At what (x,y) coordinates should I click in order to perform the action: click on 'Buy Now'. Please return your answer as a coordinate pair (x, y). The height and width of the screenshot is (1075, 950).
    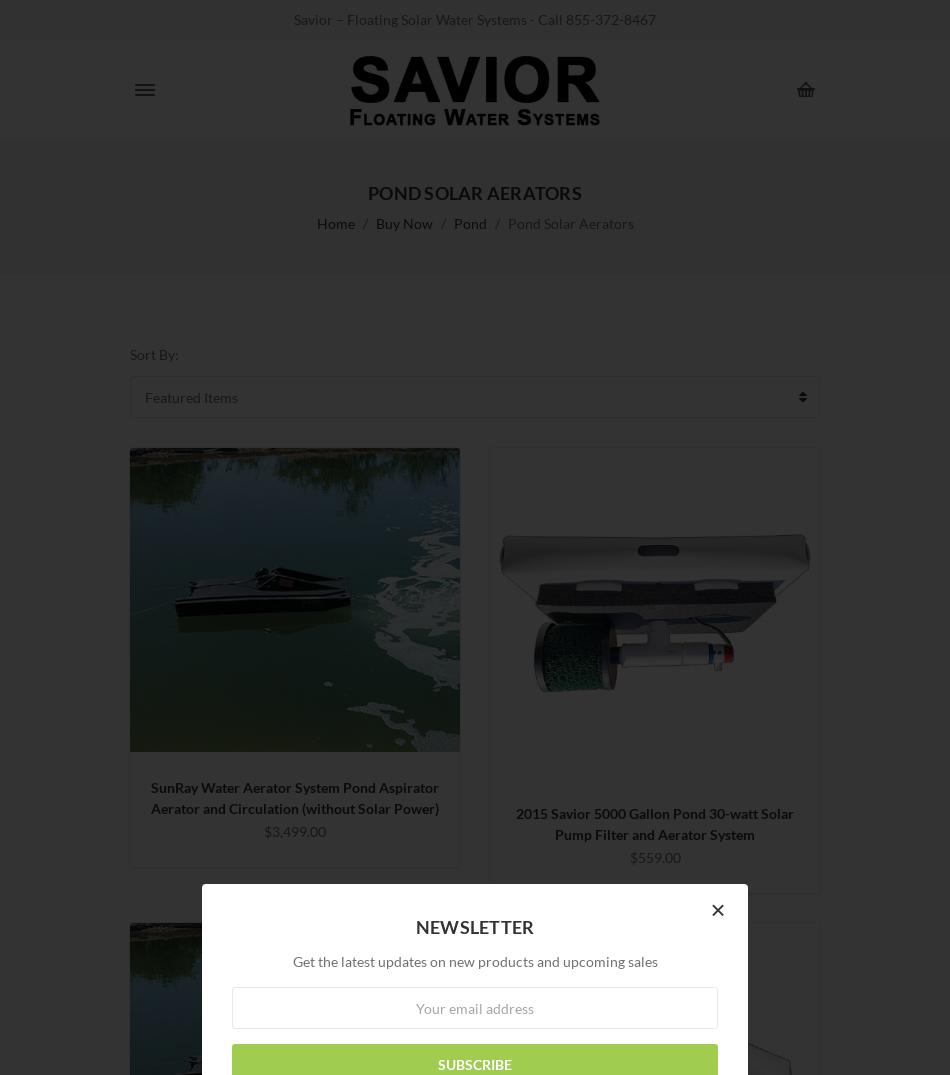
    Looking at the image, I should click on (402, 222).